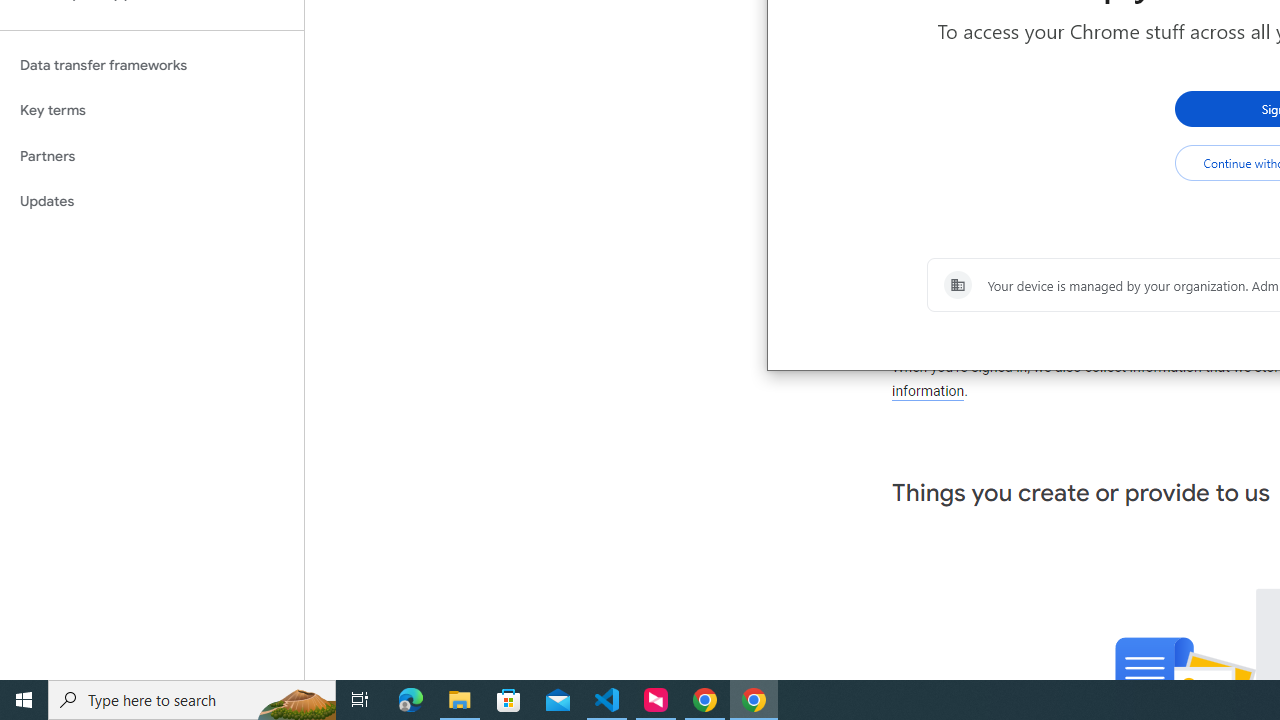 The height and width of the screenshot is (720, 1280). What do you see at coordinates (606, 698) in the screenshot?
I see `'Visual Studio Code - 1 running window'` at bounding box center [606, 698].